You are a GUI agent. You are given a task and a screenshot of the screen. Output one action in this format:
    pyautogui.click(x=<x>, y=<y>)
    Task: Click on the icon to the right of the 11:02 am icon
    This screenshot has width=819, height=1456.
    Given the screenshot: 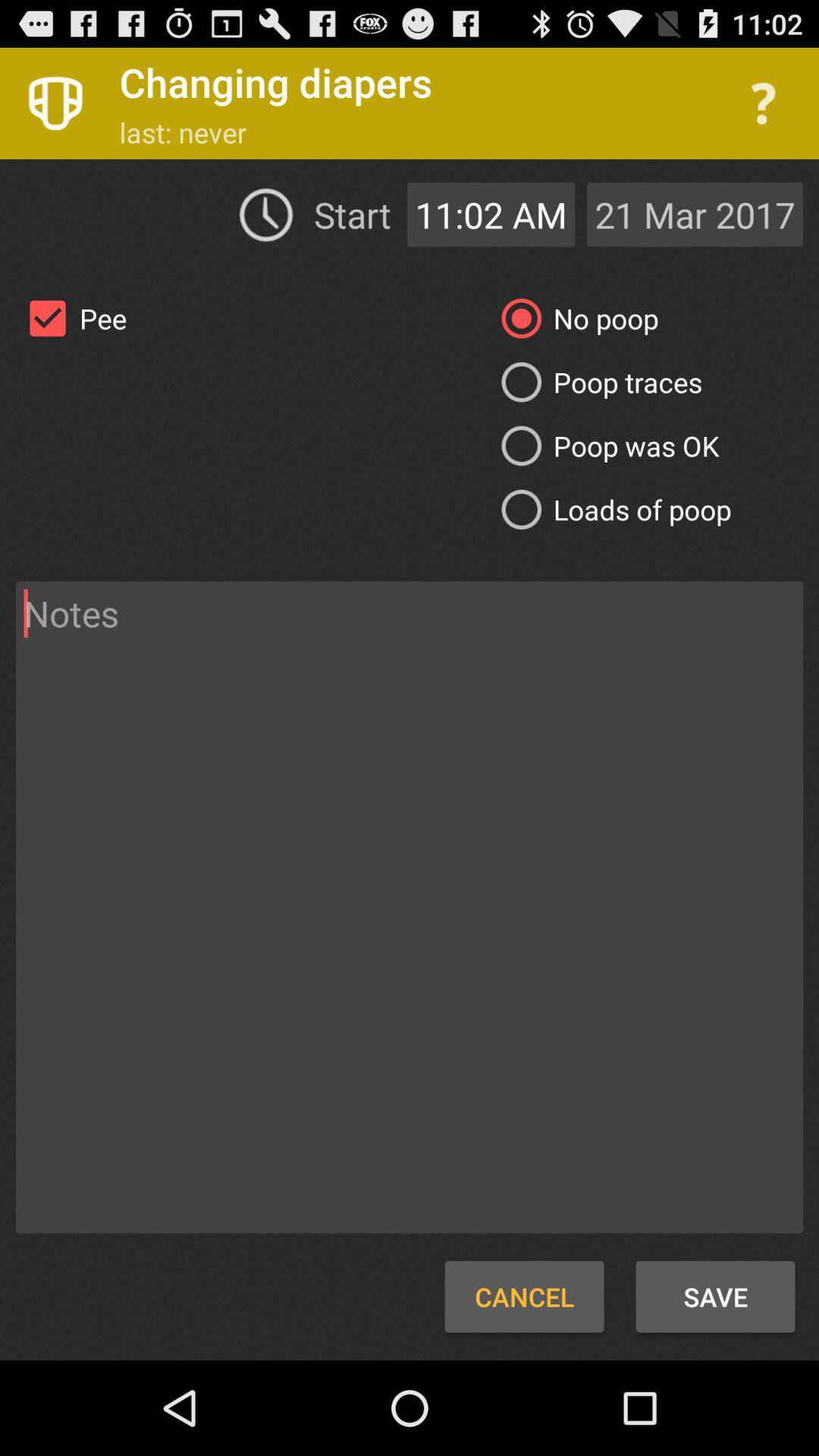 What is the action you would take?
    pyautogui.click(x=695, y=214)
    